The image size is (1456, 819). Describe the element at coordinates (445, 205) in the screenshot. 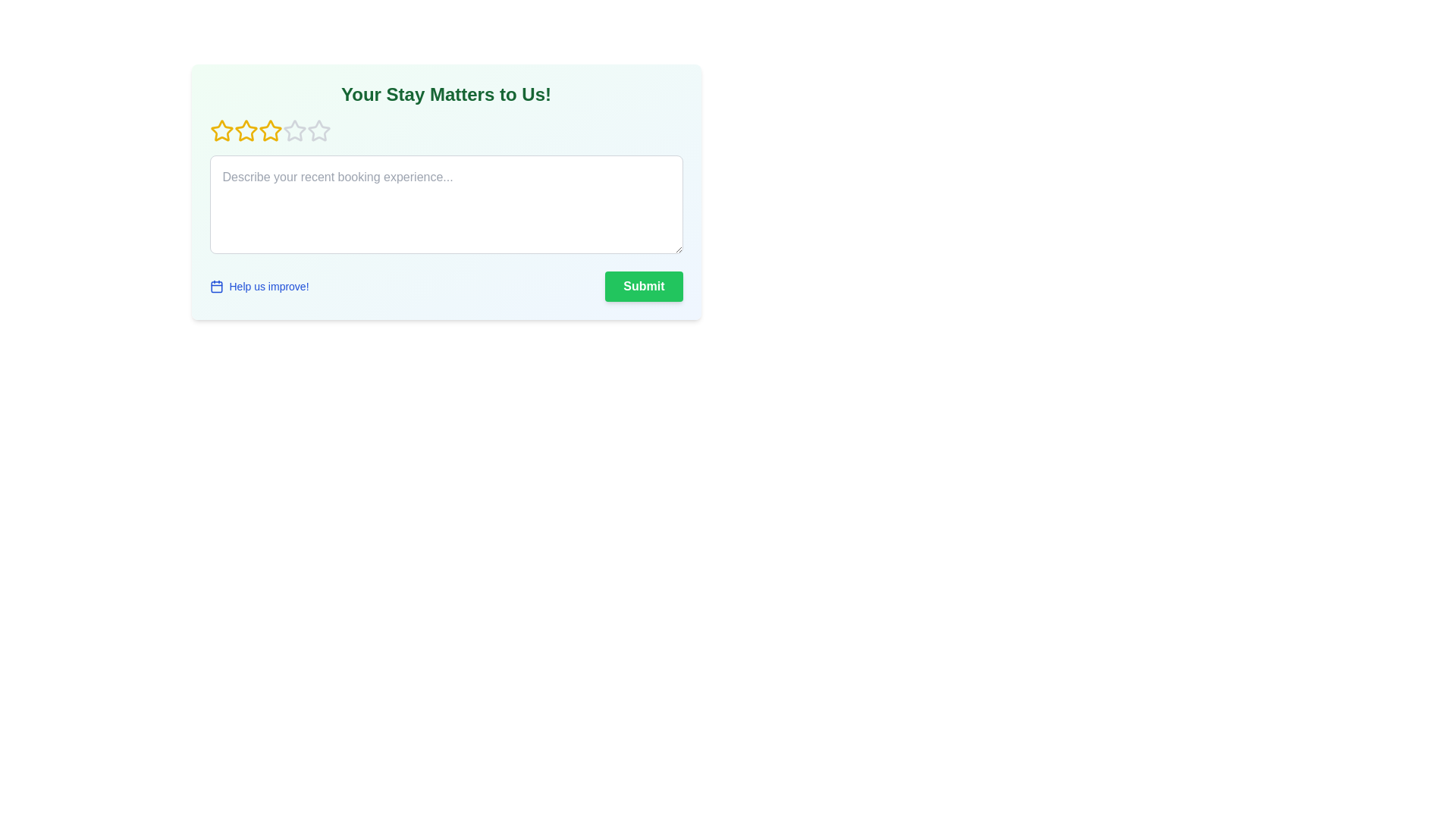

I see `the text area and type the feedback text` at that location.